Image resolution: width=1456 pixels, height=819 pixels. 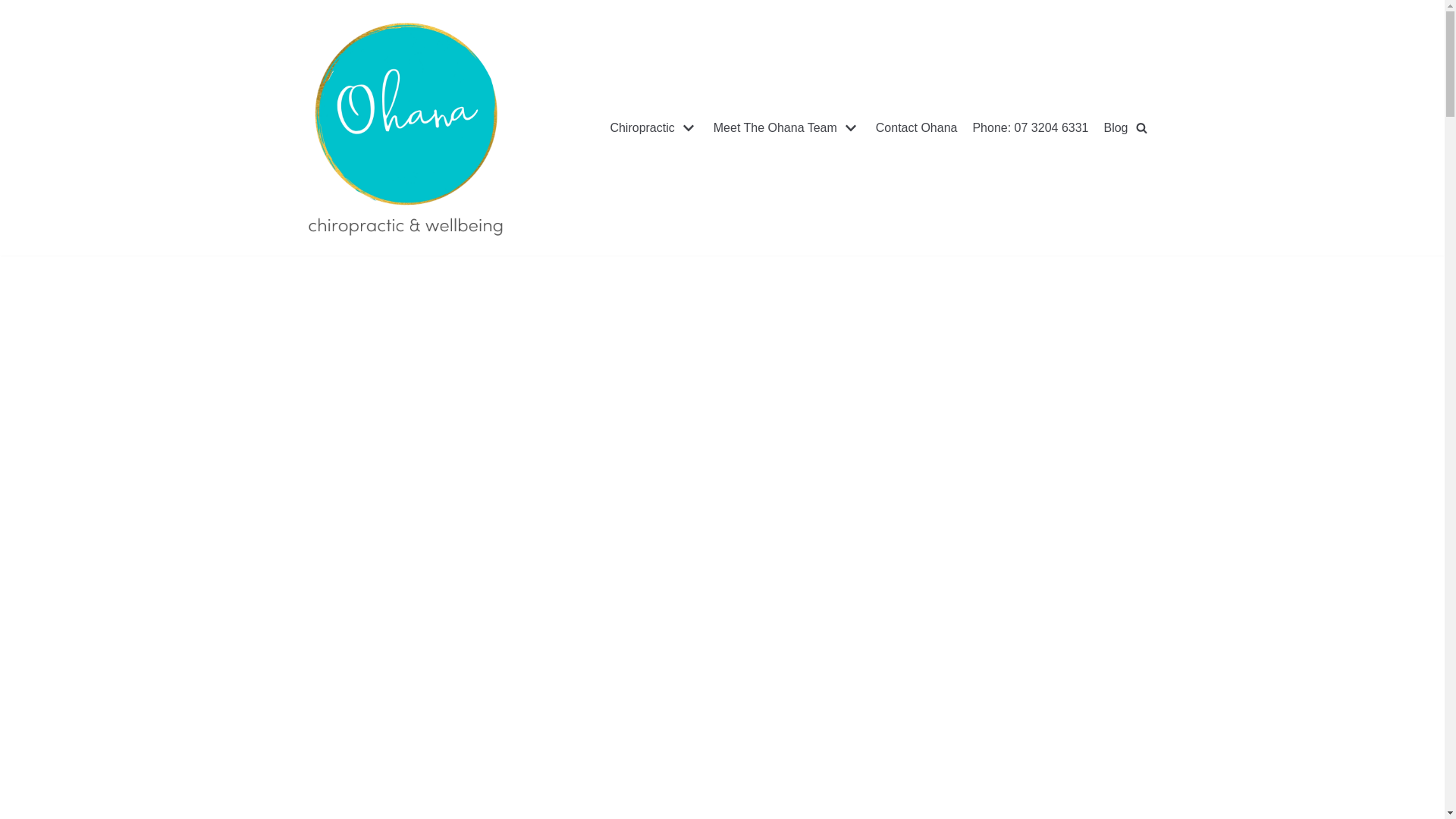 I want to click on 'Meet The Ohana Team', so click(x=712, y=127).